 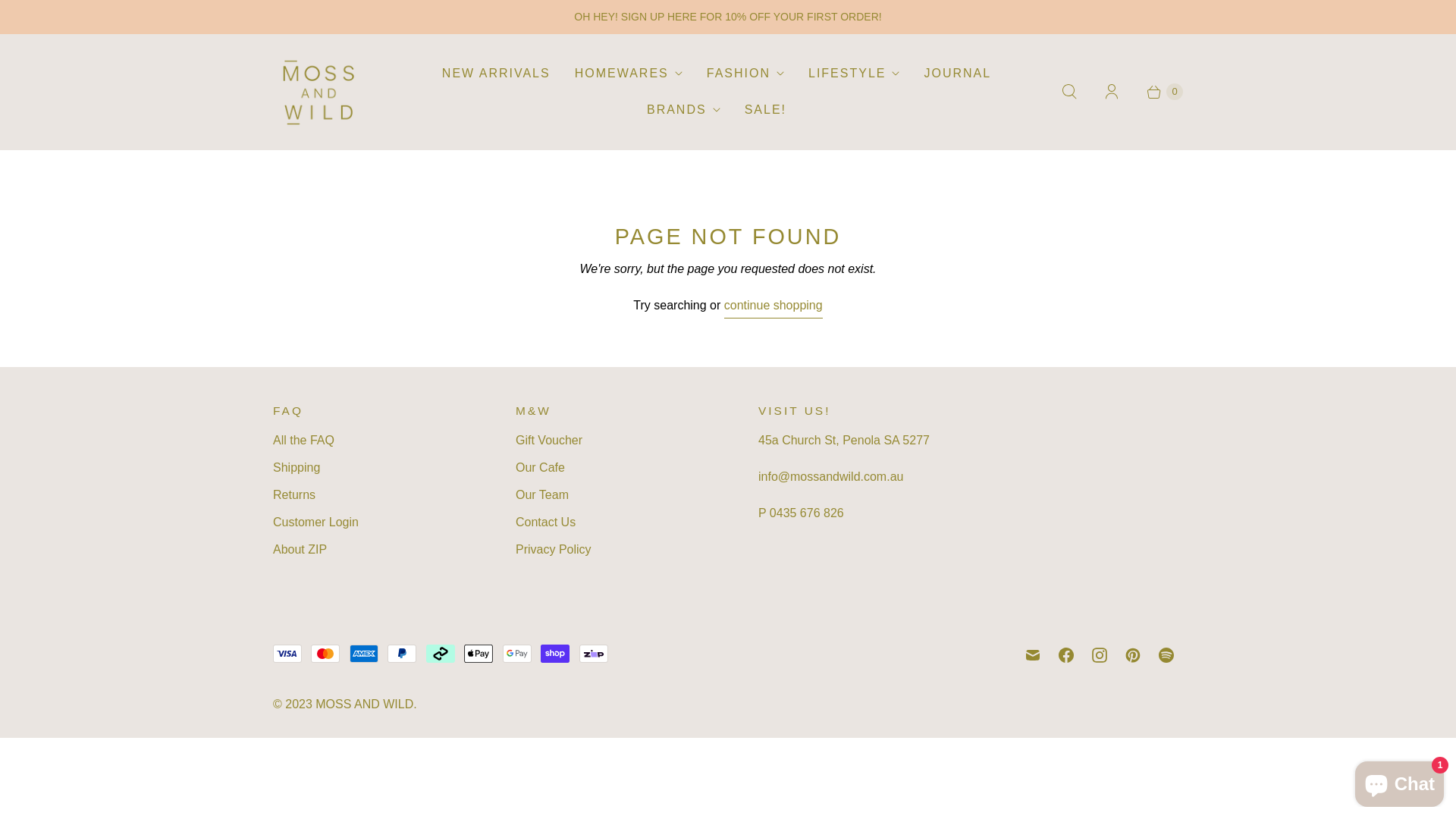 I want to click on 'Our Cafe', so click(x=540, y=466).